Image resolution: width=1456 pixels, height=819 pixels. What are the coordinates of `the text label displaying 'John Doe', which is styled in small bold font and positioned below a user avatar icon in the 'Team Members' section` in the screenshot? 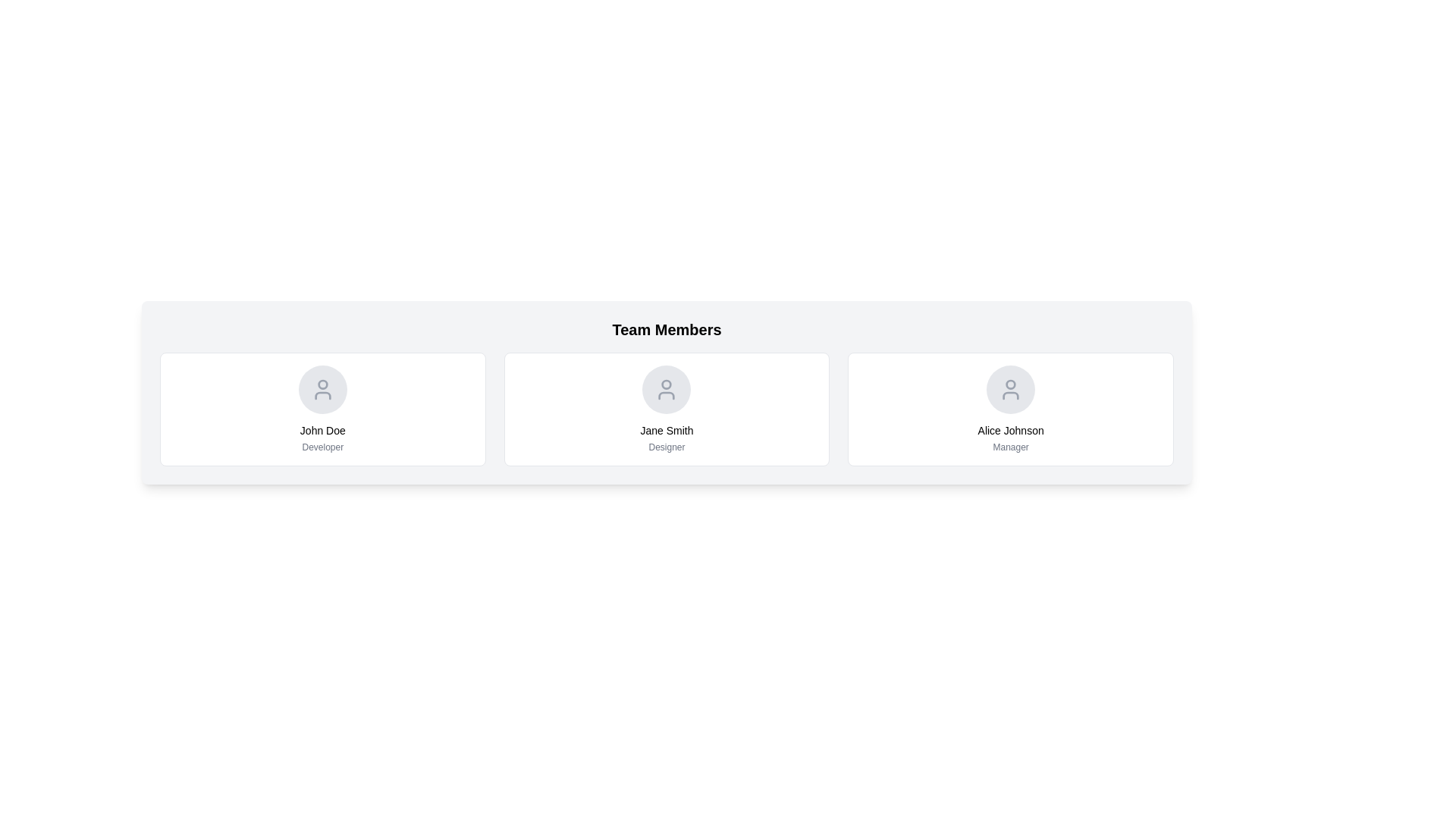 It's located at (322, 430).